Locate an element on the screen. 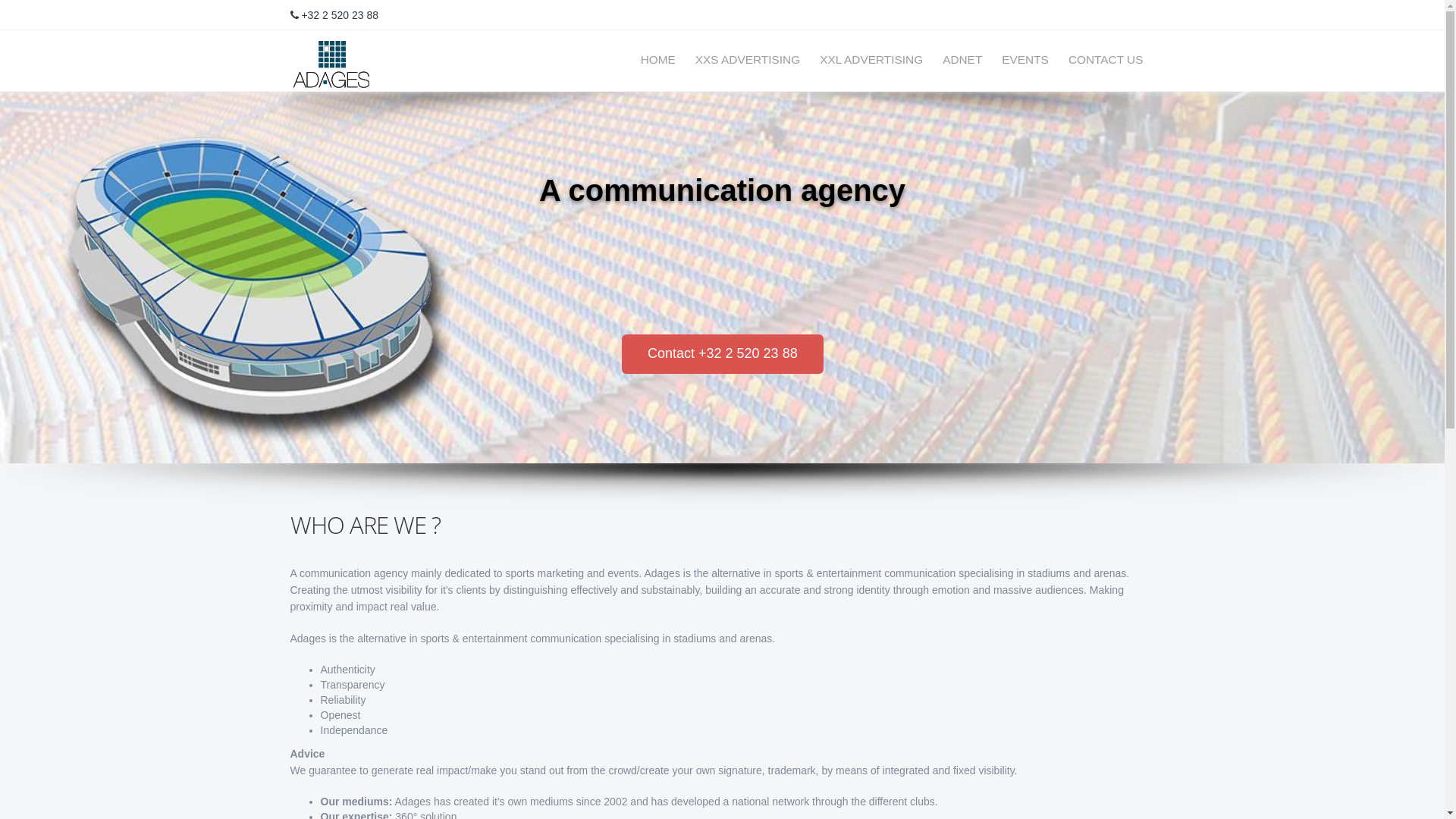 The image size is (1456, 819). 'XXL ADVERTISING' is located at coordinates (871, 58).